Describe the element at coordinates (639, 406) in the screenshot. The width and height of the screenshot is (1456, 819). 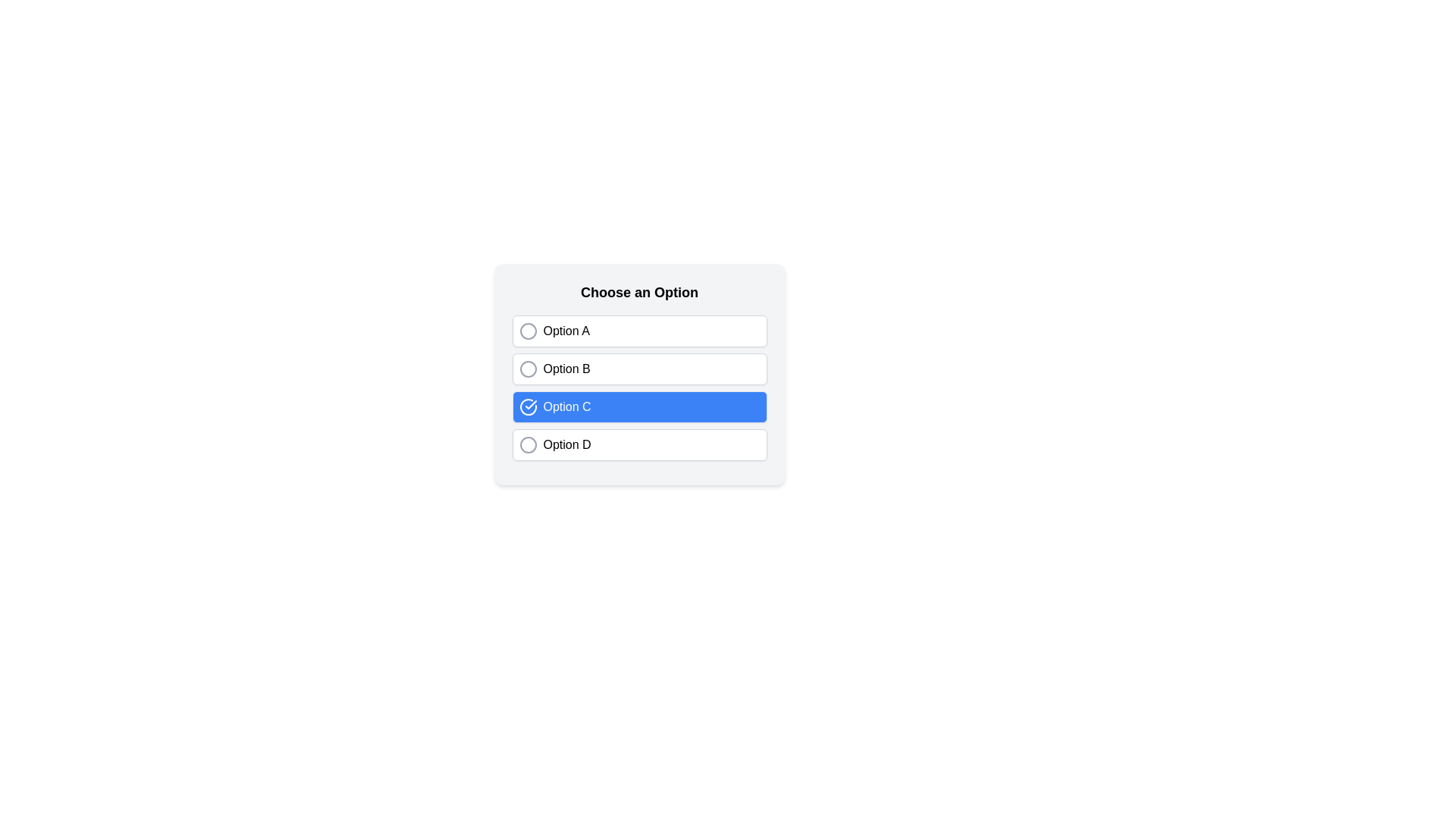
I see `the third option button in the vertical list of choices` at that location.